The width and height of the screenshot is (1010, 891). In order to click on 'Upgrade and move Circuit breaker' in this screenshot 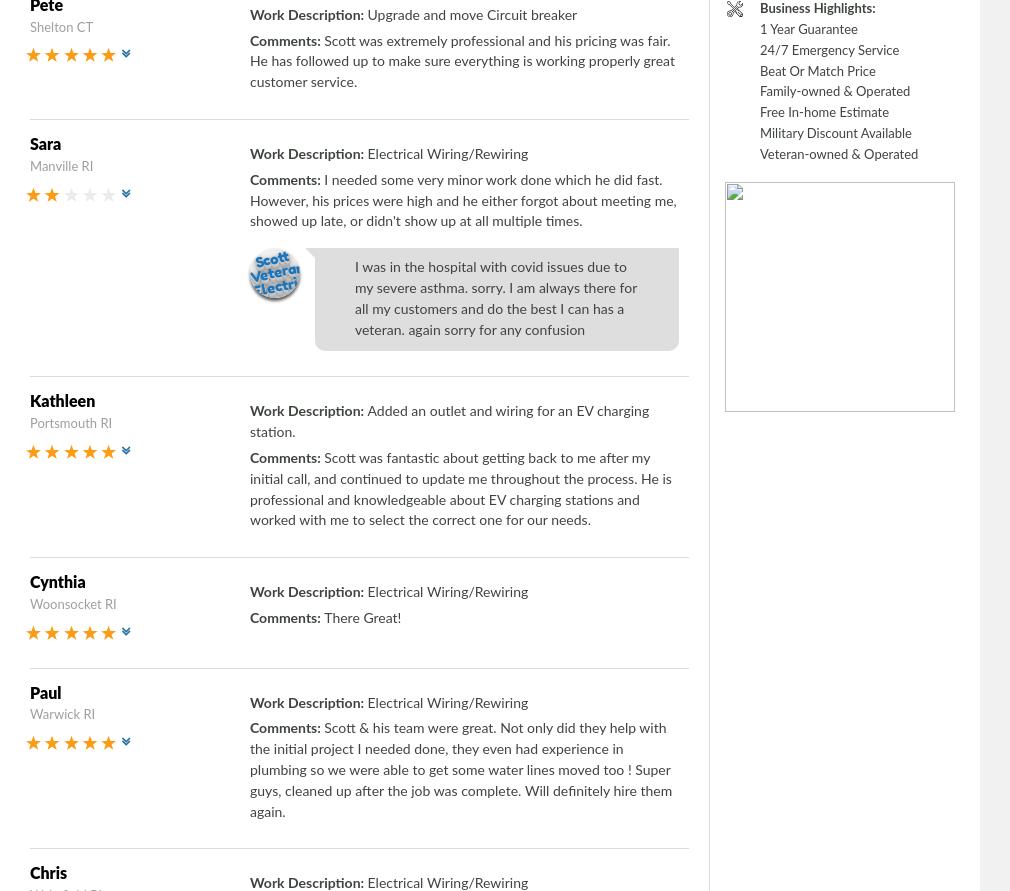, I will do `click(471, 14)`.